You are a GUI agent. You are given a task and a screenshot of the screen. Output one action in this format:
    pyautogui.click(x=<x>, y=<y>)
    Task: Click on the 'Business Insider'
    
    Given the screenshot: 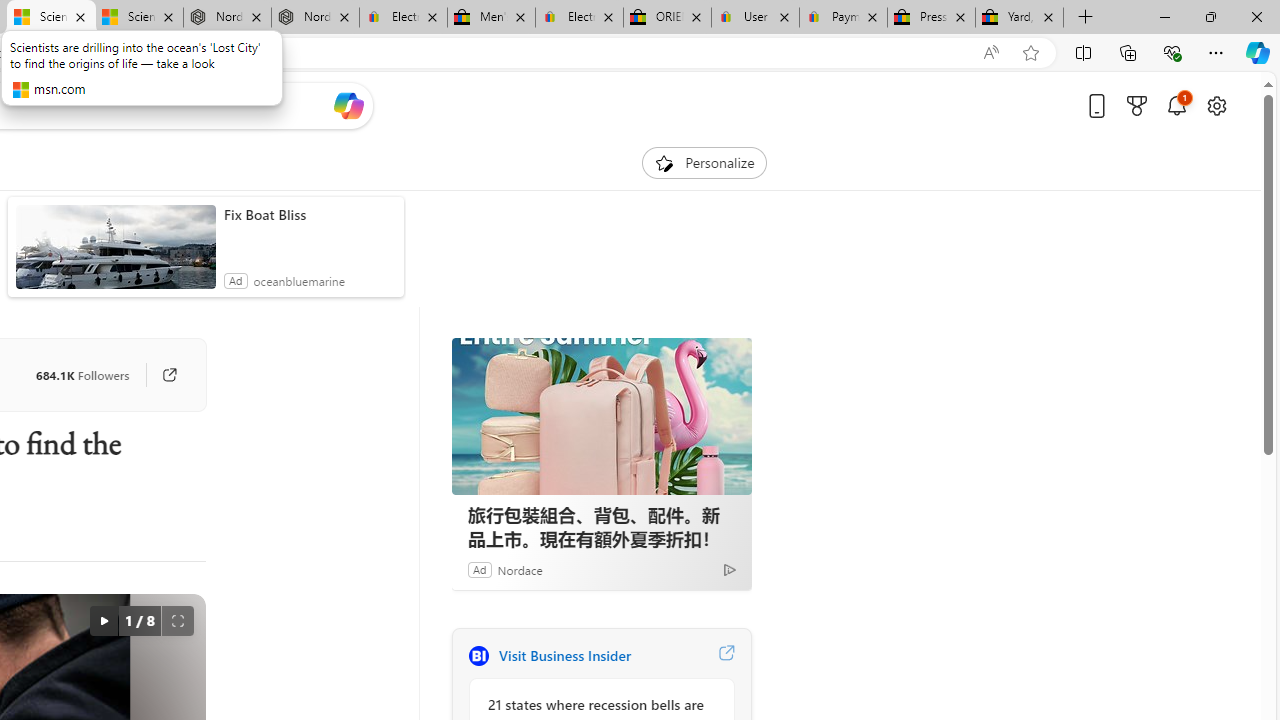 What is the action you would take?
    pyautogui.click(x=477, y=655)
    